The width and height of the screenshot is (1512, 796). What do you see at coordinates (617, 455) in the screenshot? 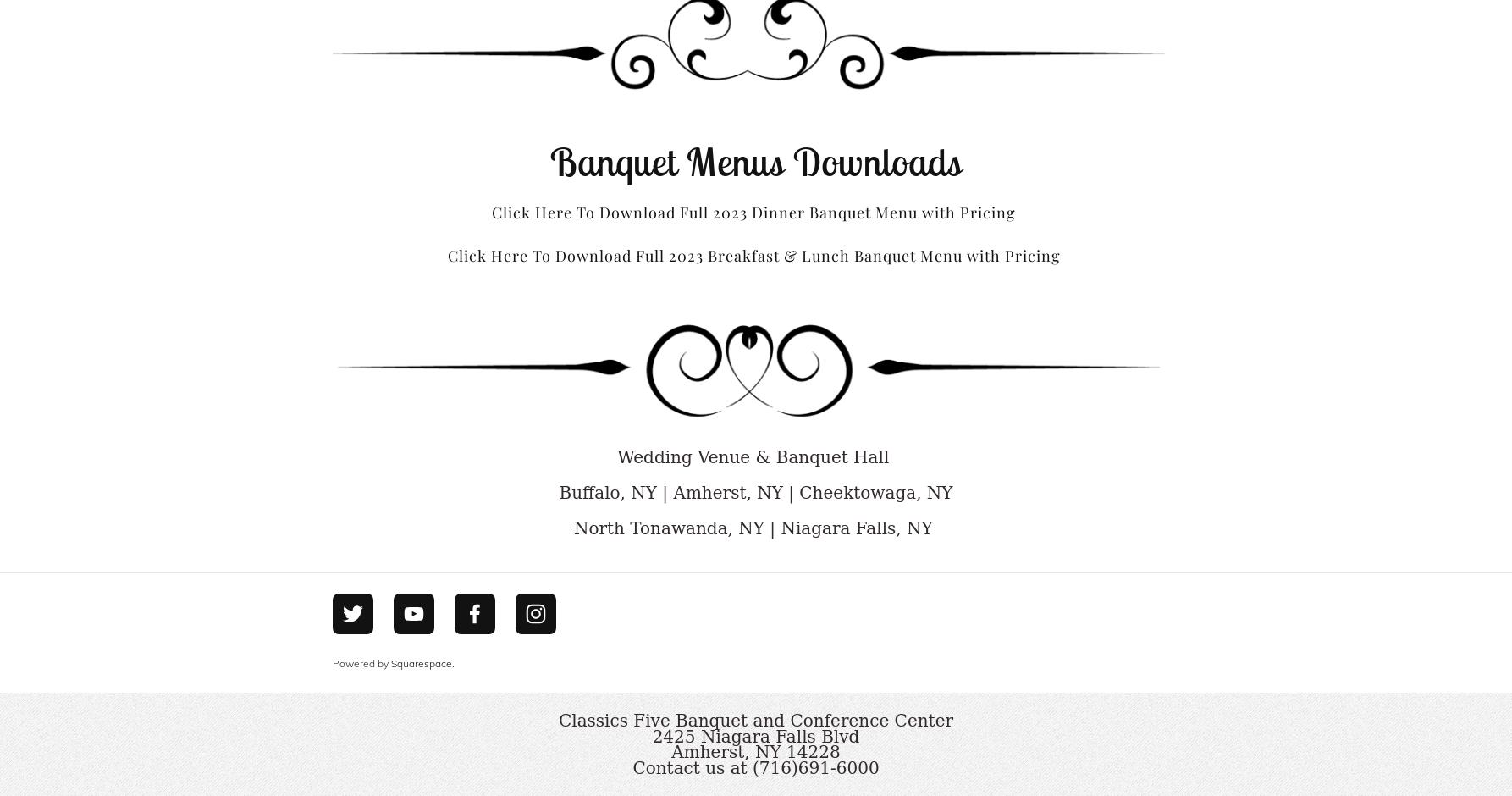
I see `'Wedding Venue & Banquet Hall'` at bounding box center [617, 455].